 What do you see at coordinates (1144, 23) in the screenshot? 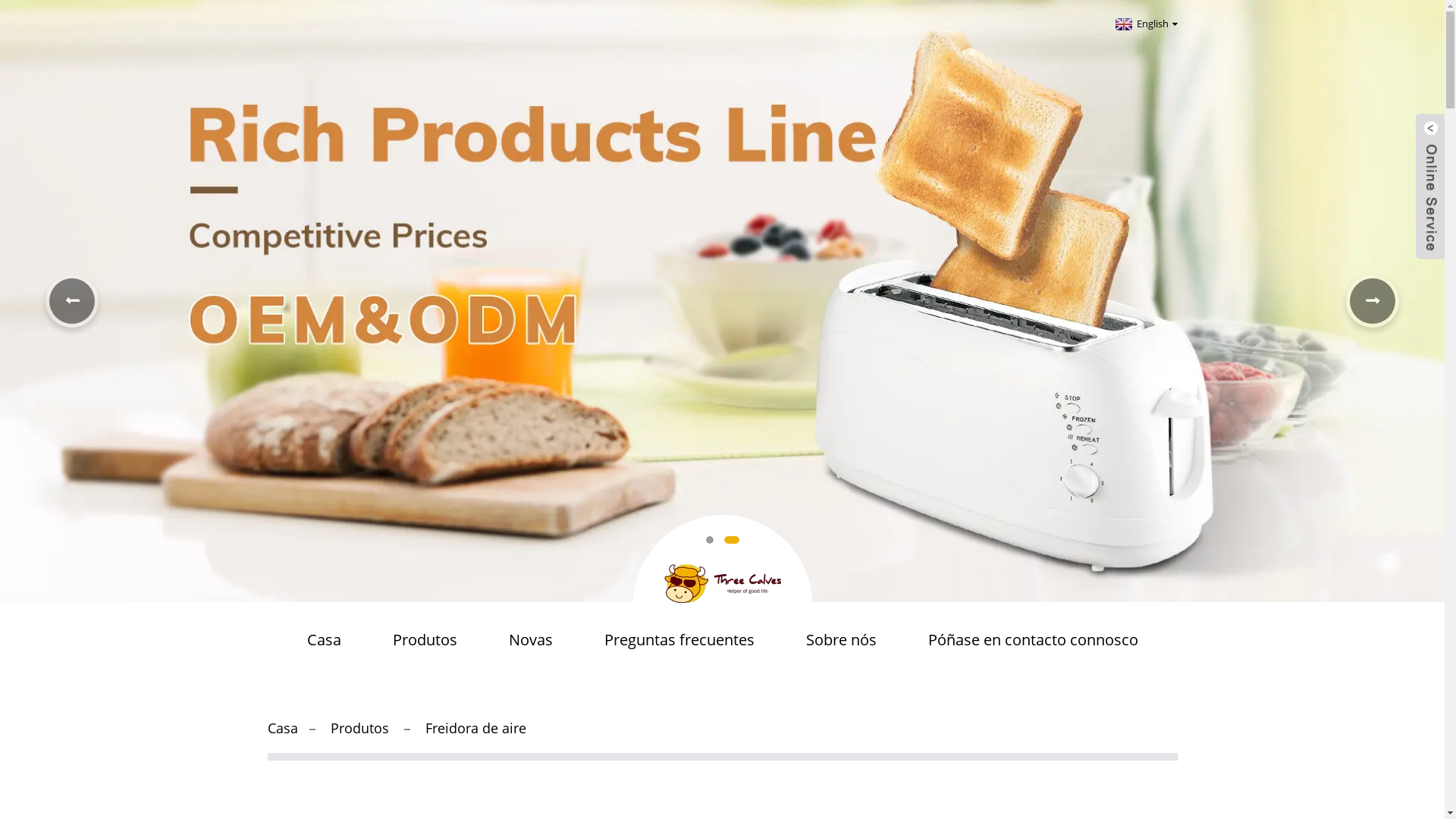
I see `'English'` at bounding box center [1144, 23].